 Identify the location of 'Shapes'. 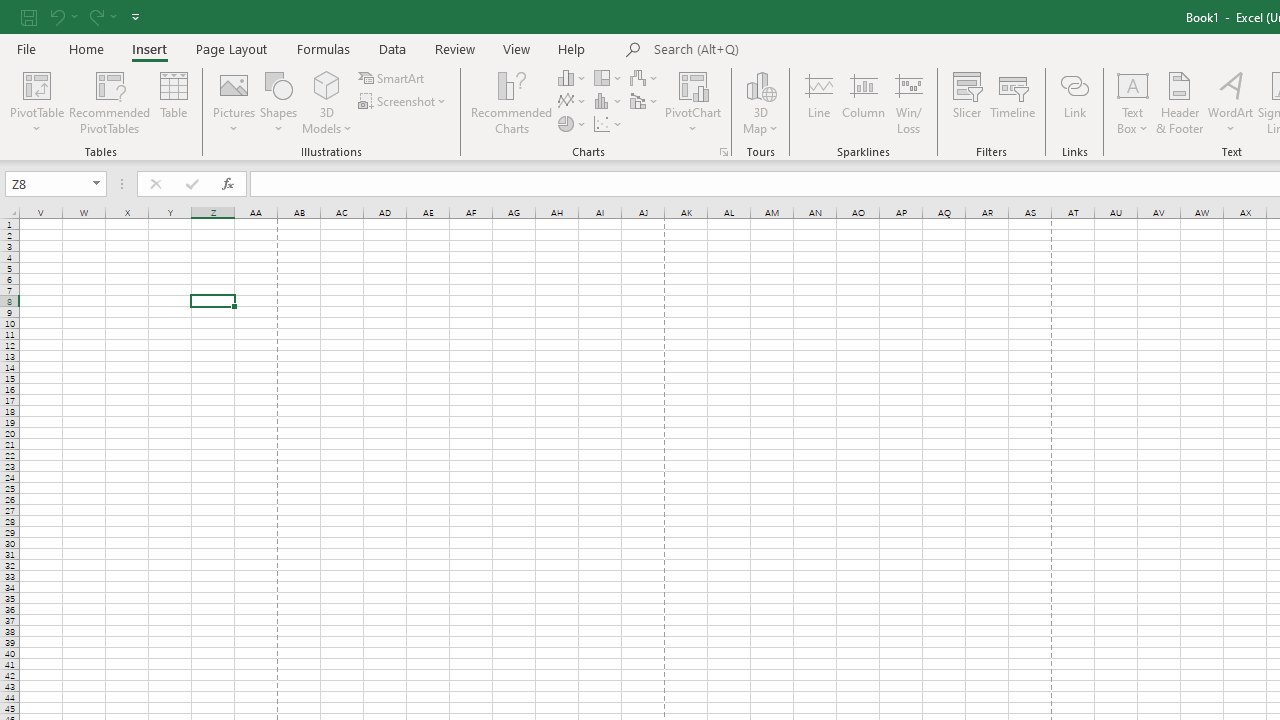
(278, 103).